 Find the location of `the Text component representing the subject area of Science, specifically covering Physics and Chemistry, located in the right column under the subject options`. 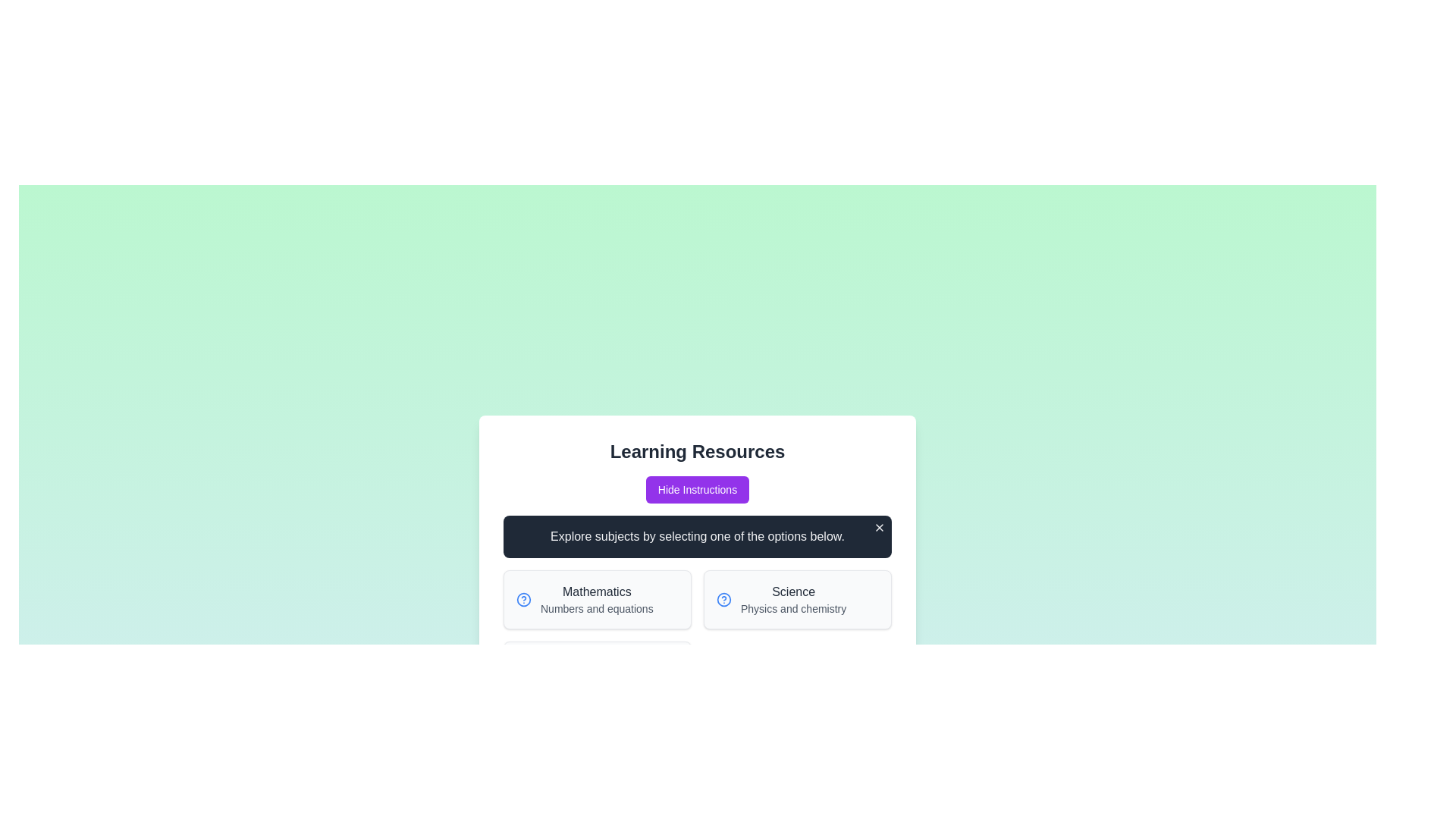

the Text component representing the subject area of Science, specifically covering Physics and Chemistry, located in the right column under the subject options is located at coordinates (792, 598).